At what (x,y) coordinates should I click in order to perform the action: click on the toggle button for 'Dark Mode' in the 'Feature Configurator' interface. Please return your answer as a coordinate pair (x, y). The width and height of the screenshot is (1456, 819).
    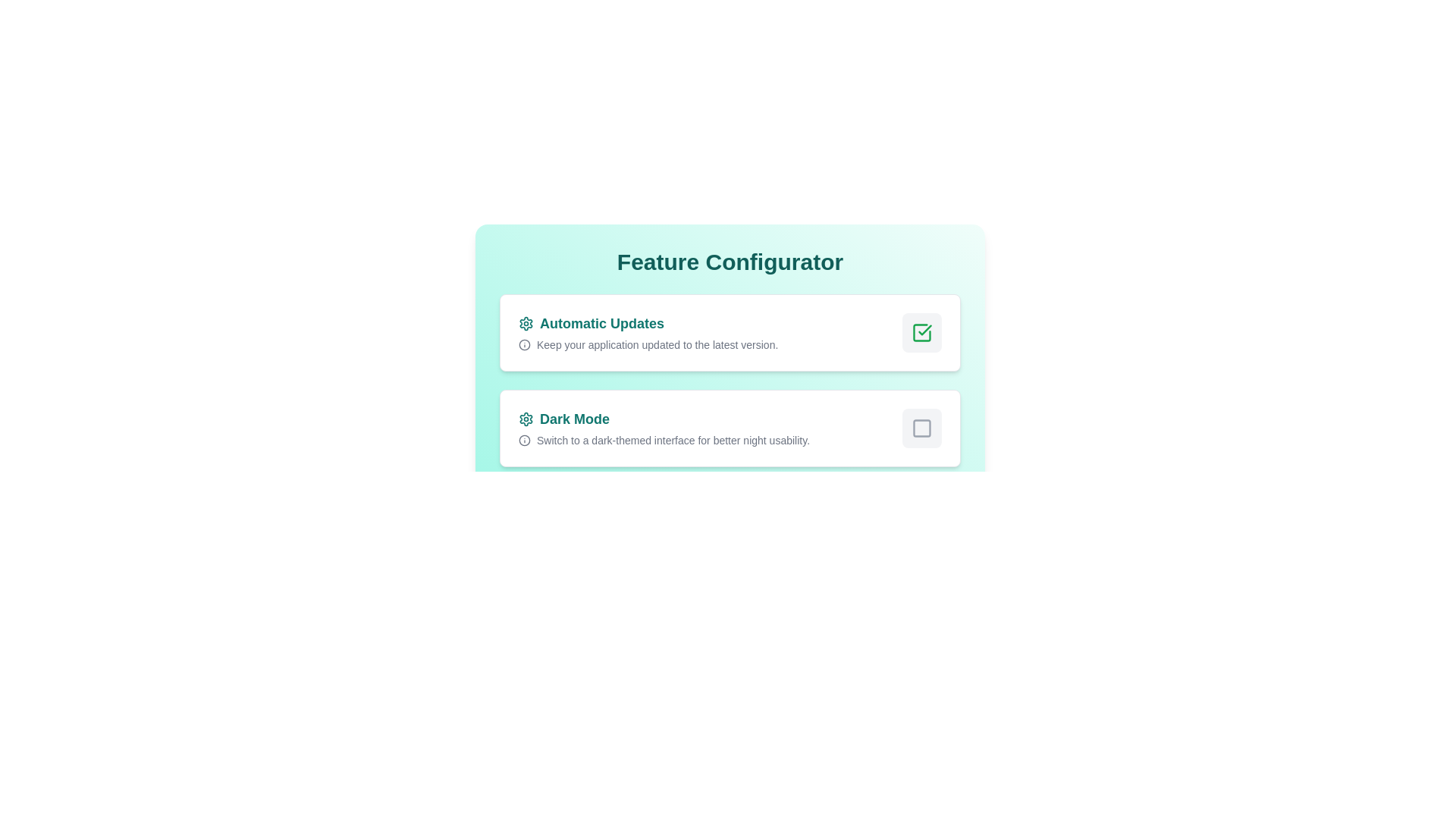
    Looking at the image, I should click on (921, 428).